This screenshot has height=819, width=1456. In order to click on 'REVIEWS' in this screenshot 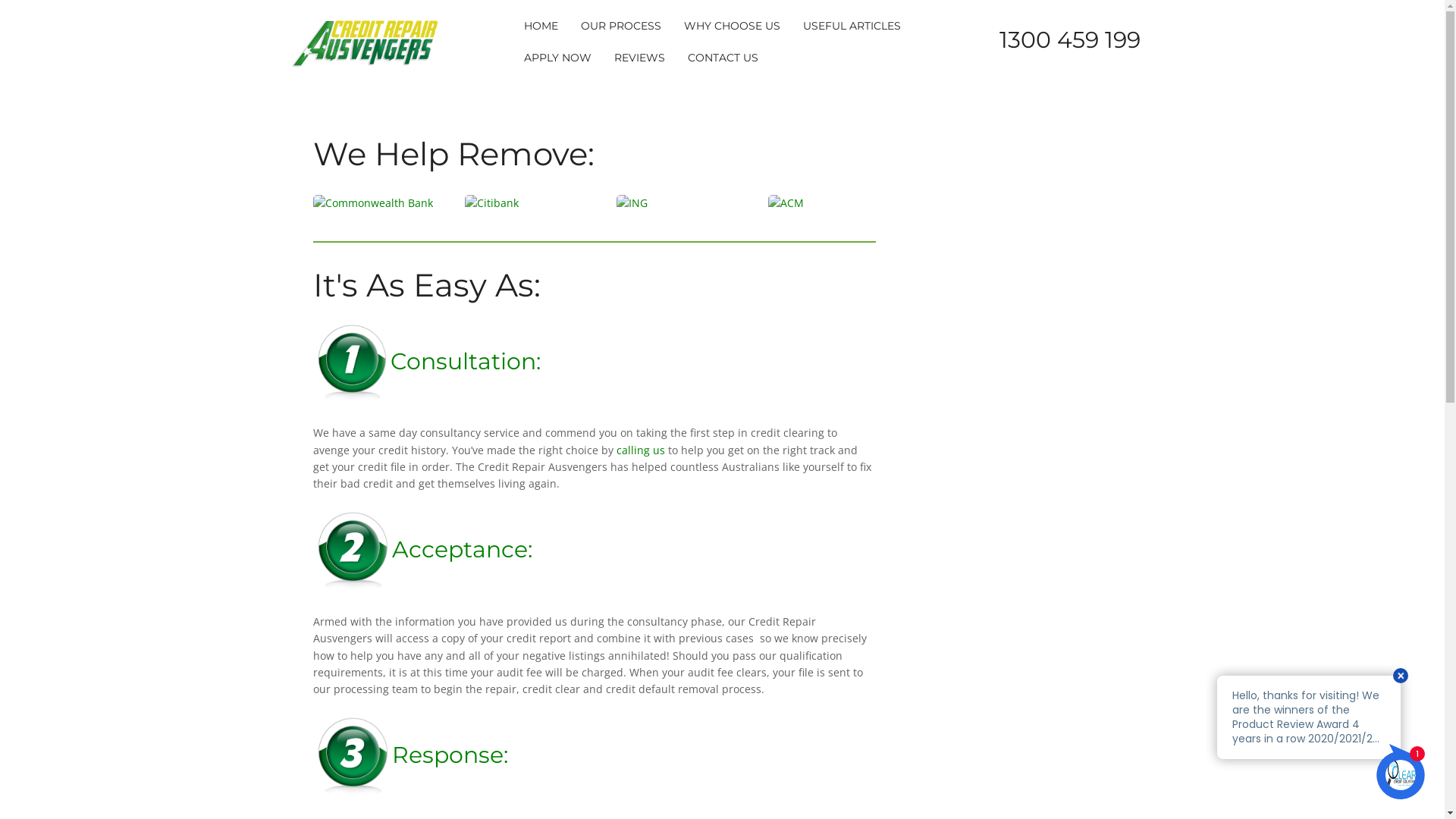, I will do `click(639, 57)`.